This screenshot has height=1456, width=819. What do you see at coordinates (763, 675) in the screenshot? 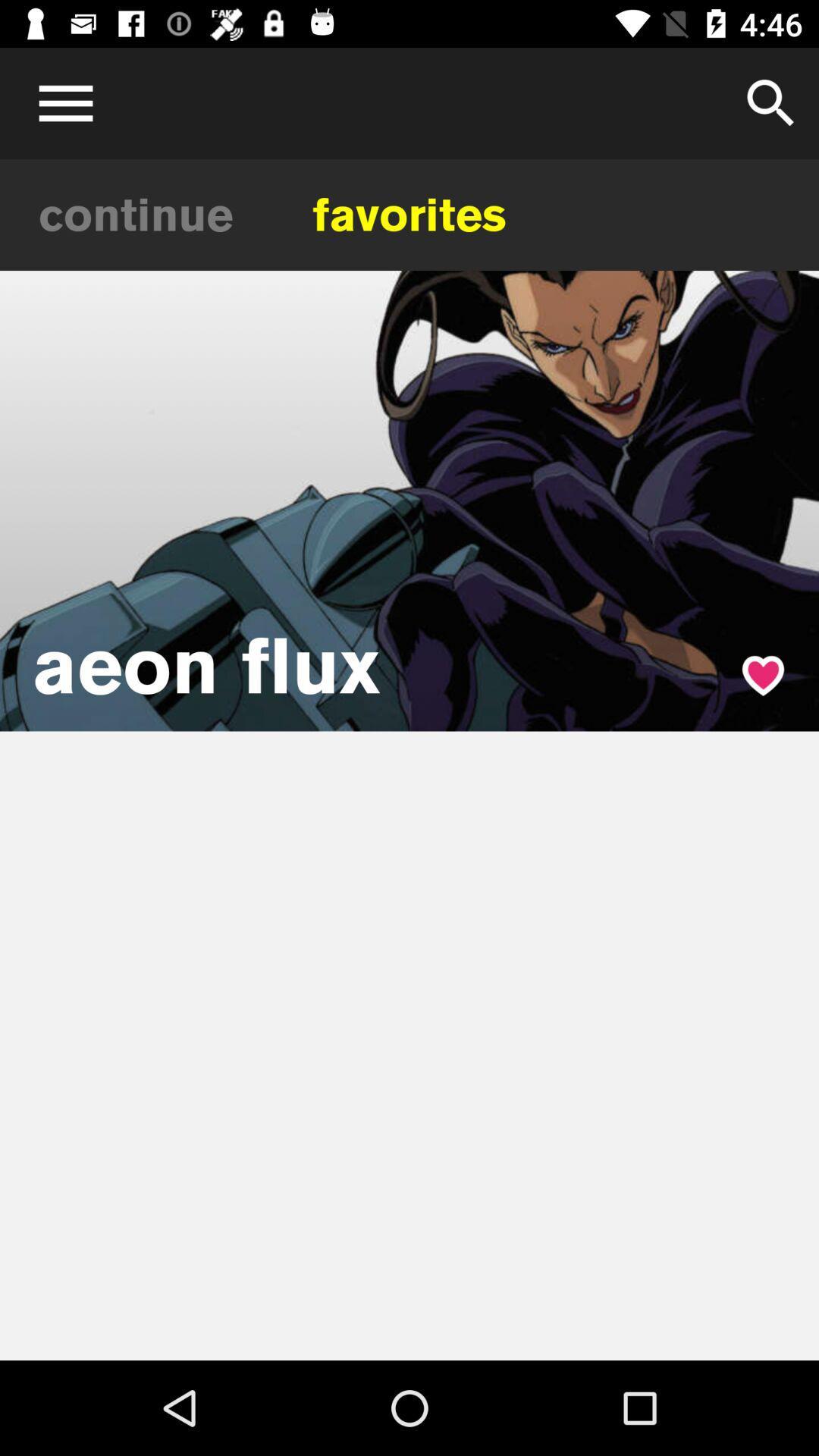
I see `favorite` at bounding box center [763, 675].